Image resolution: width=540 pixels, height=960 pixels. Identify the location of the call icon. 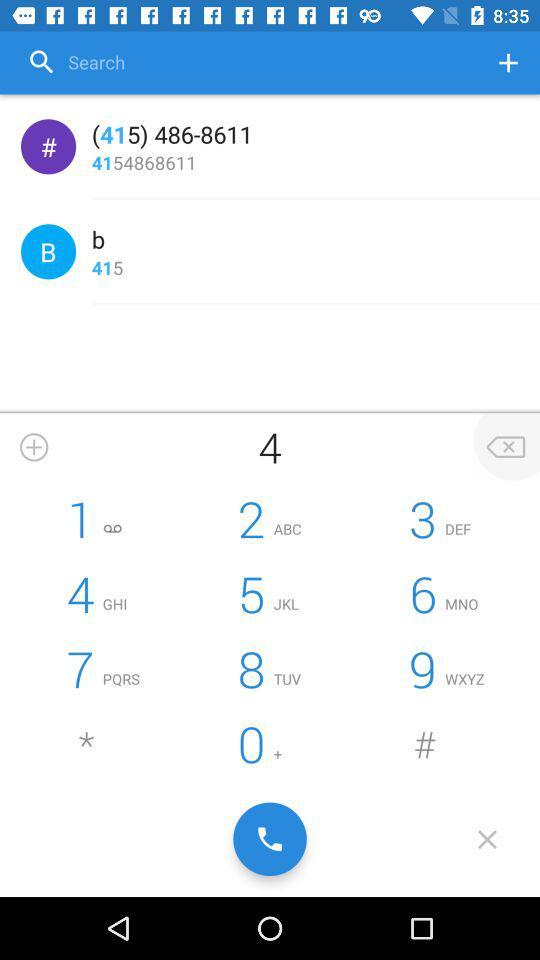
(270, 839).